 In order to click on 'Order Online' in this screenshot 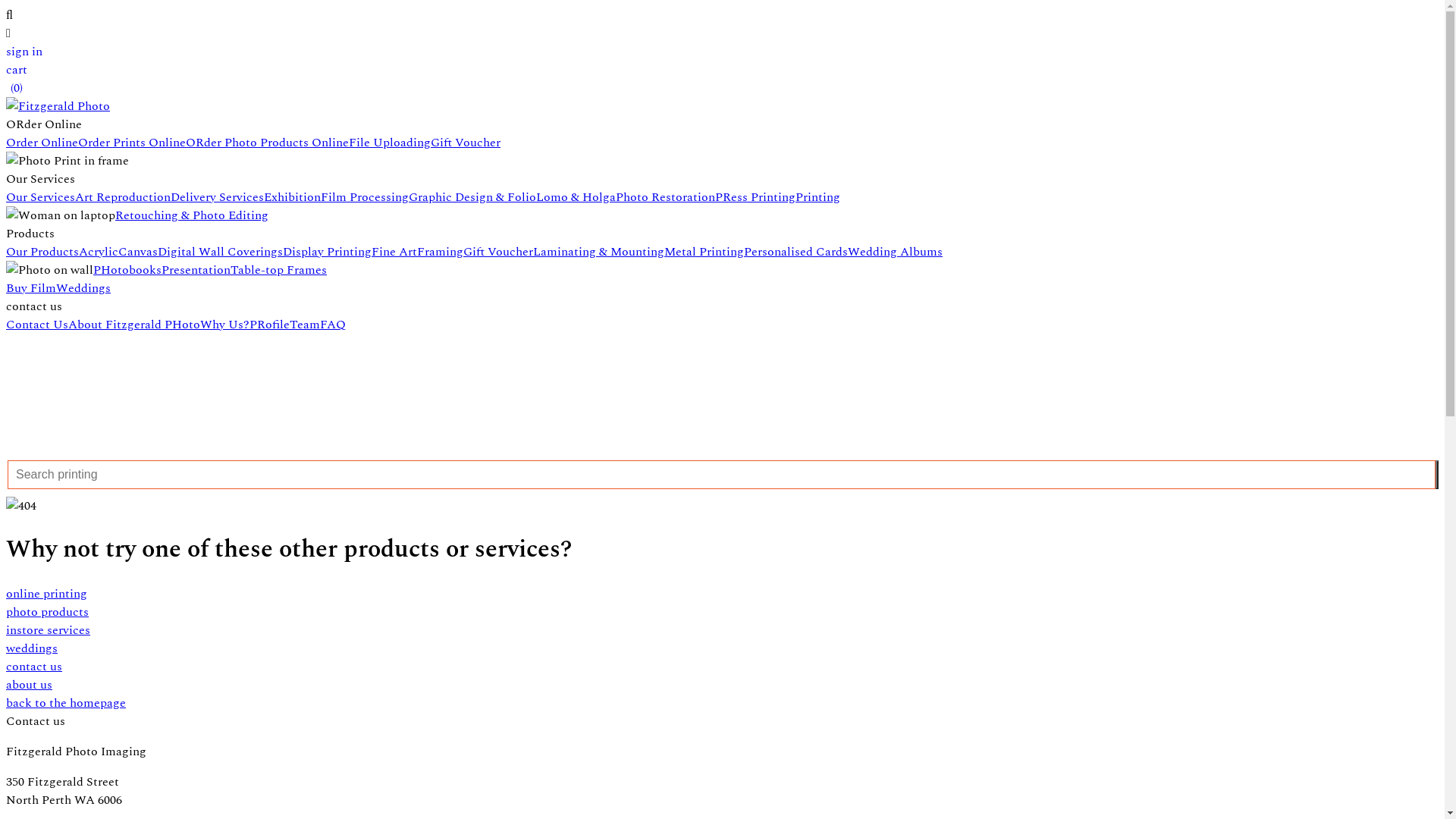, I will do `click(42, 143)`.